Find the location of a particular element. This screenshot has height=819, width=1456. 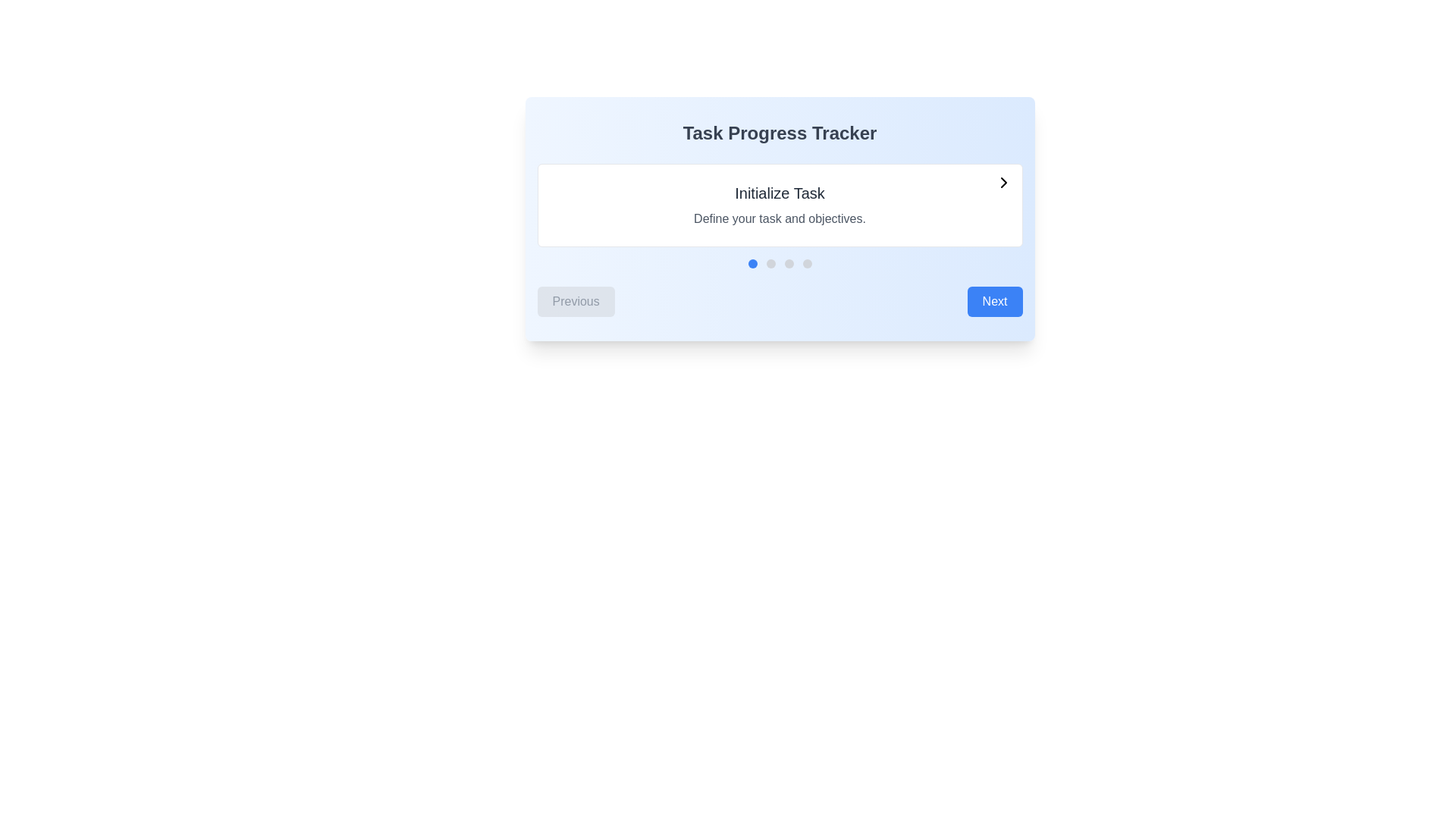

the second gray circular dot in the progress tracker component located under the 'Initialize Task' area is located at coordinates (770, 262).